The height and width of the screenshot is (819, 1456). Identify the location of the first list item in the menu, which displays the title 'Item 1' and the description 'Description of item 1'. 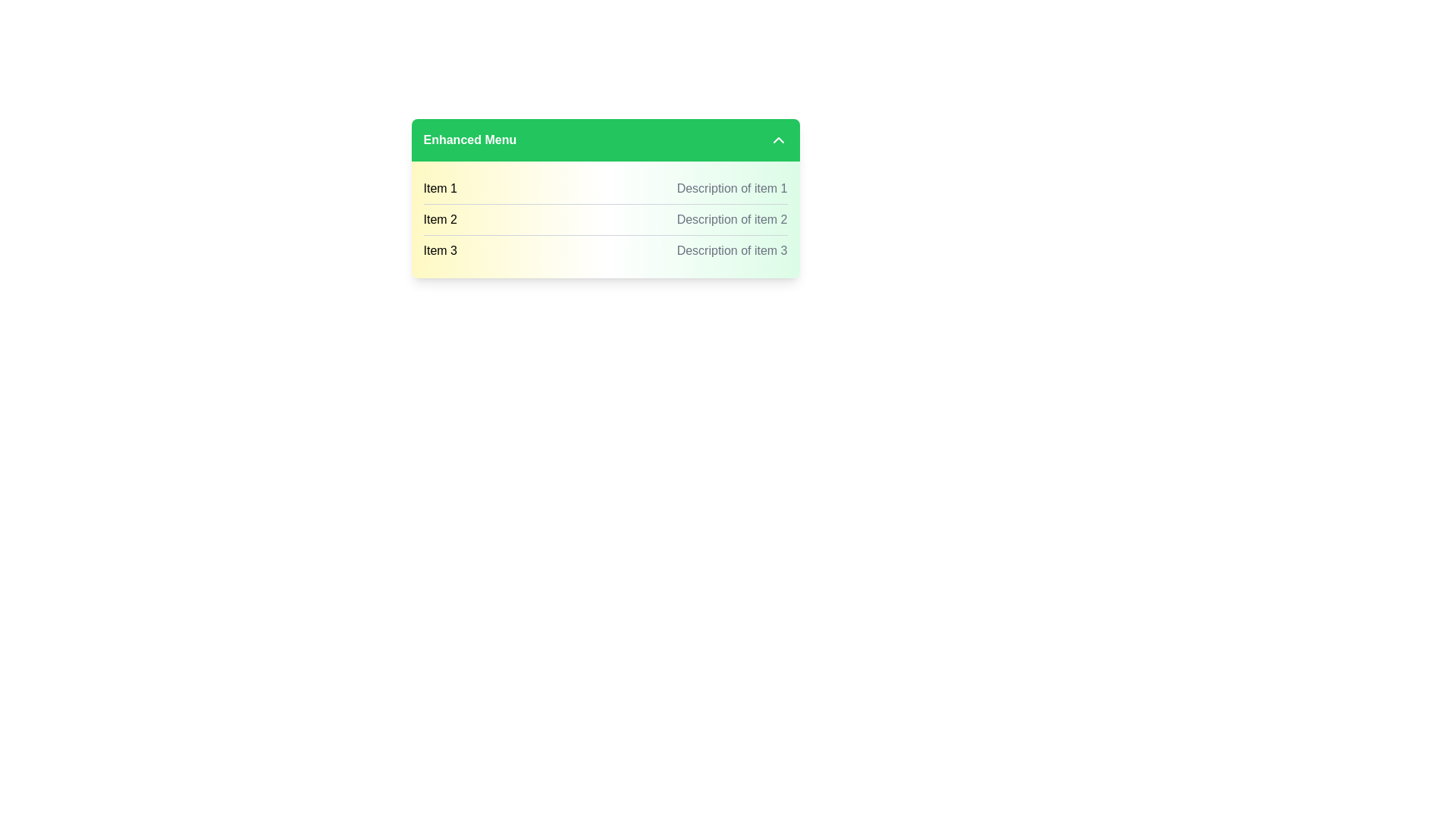
(604, 188).